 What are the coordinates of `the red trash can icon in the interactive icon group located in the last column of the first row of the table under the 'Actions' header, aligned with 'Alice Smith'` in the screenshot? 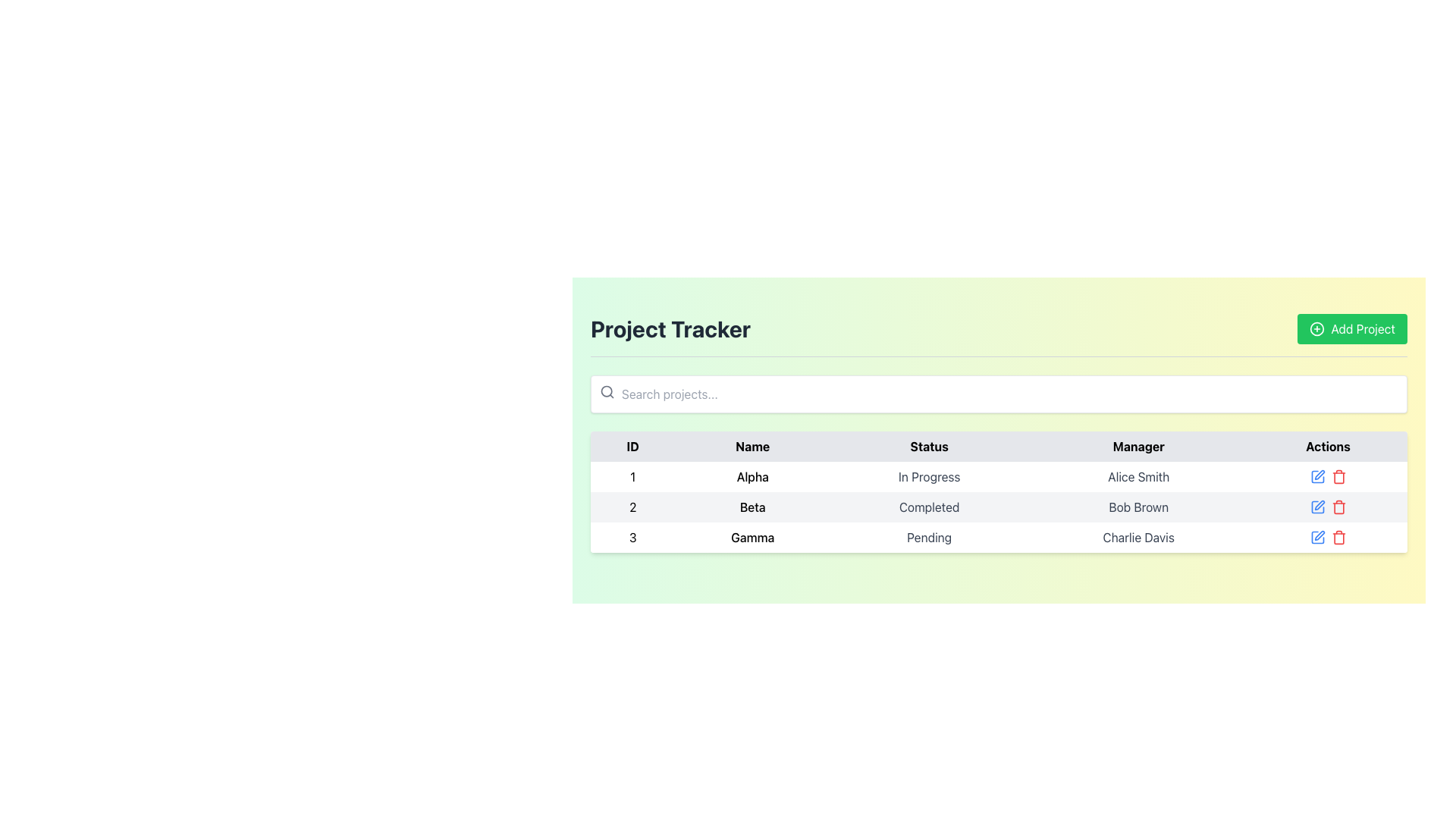 It's located at (1327, 475).